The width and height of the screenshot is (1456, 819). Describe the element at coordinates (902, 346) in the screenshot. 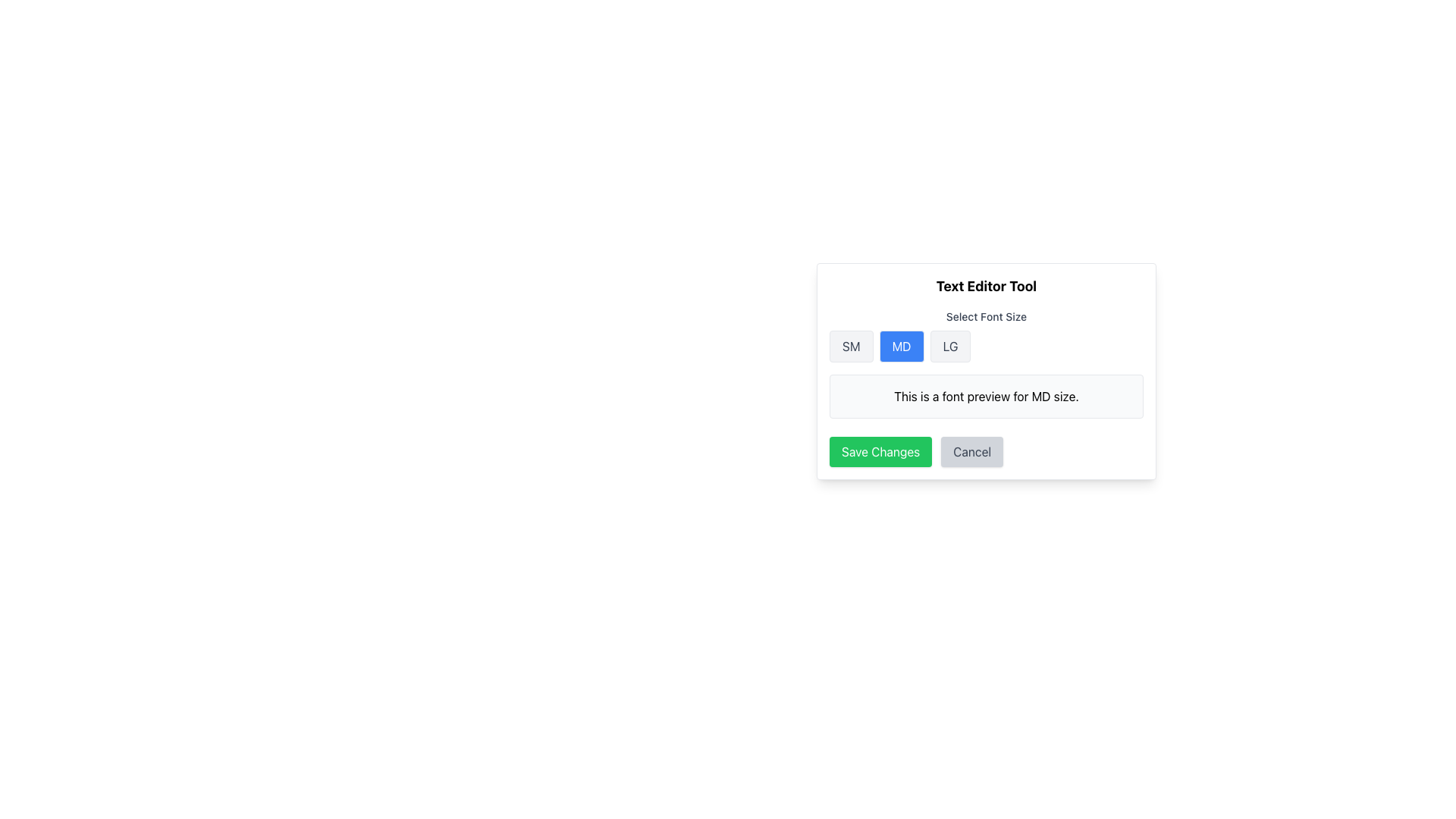

I see `the 'MD' button, which is a rounded rectangular button with a blue background and white text, located in the middle of the 'Text Editor Tool' dialog box` at that location.